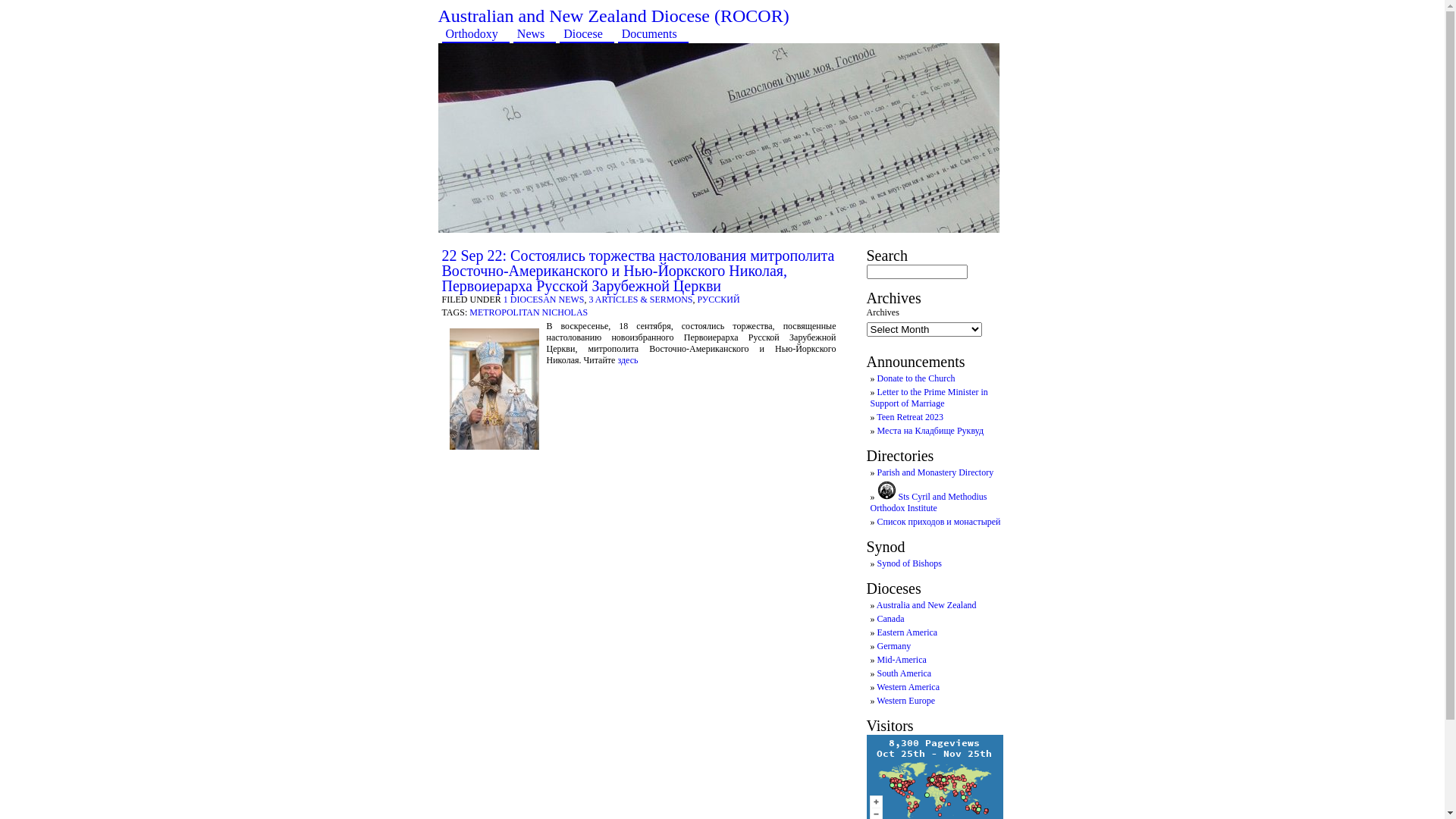  Describe the element at coordinates (528, 312) in the screenshot. I see `'METROPOLITAN NICHOLAS'` at that location.